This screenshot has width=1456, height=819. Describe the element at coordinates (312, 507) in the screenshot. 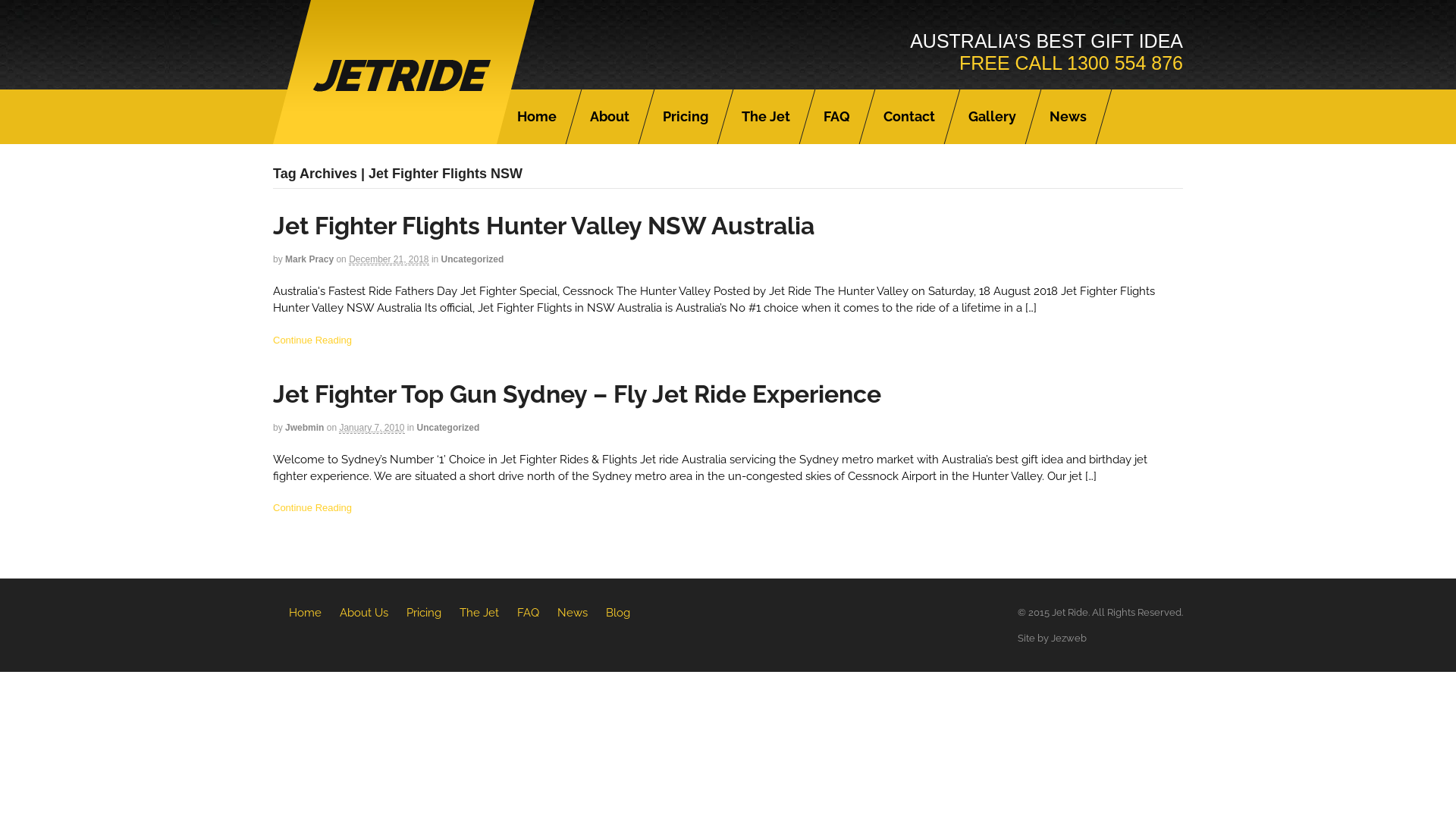

I see `'Continue Reading'` at that location.